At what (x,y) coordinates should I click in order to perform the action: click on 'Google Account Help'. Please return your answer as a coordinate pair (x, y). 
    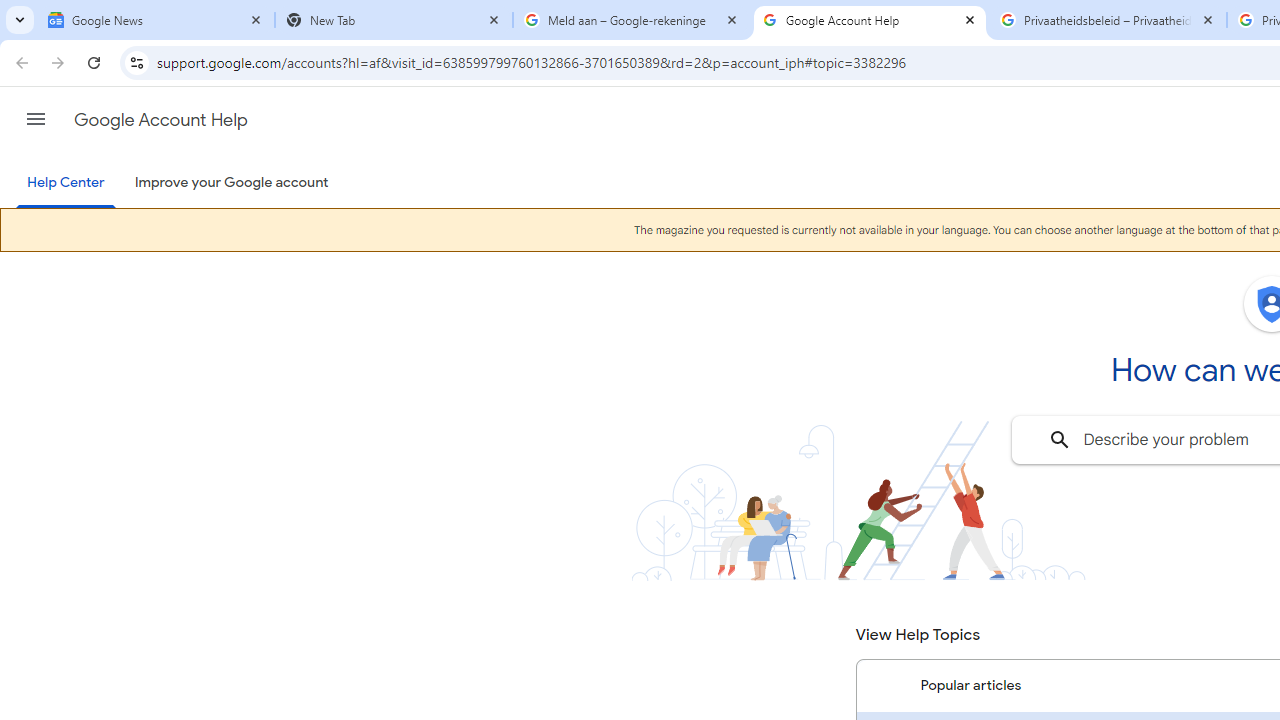
    Looking at the image, I should click on (870, 20).